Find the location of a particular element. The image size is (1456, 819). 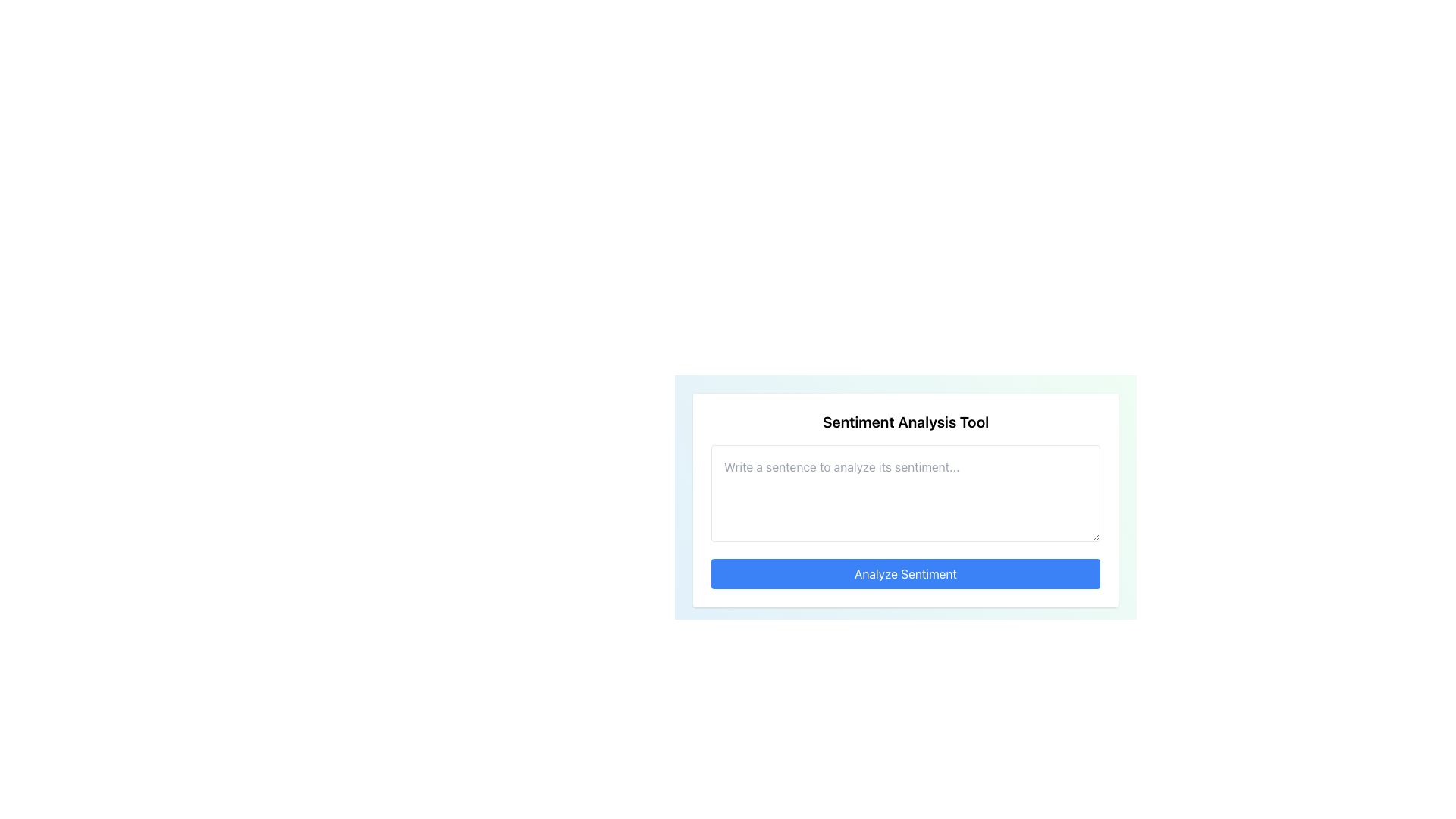

the third button located at the bottom of the sentiment analysis tool card is located at coordinates (905, 573).